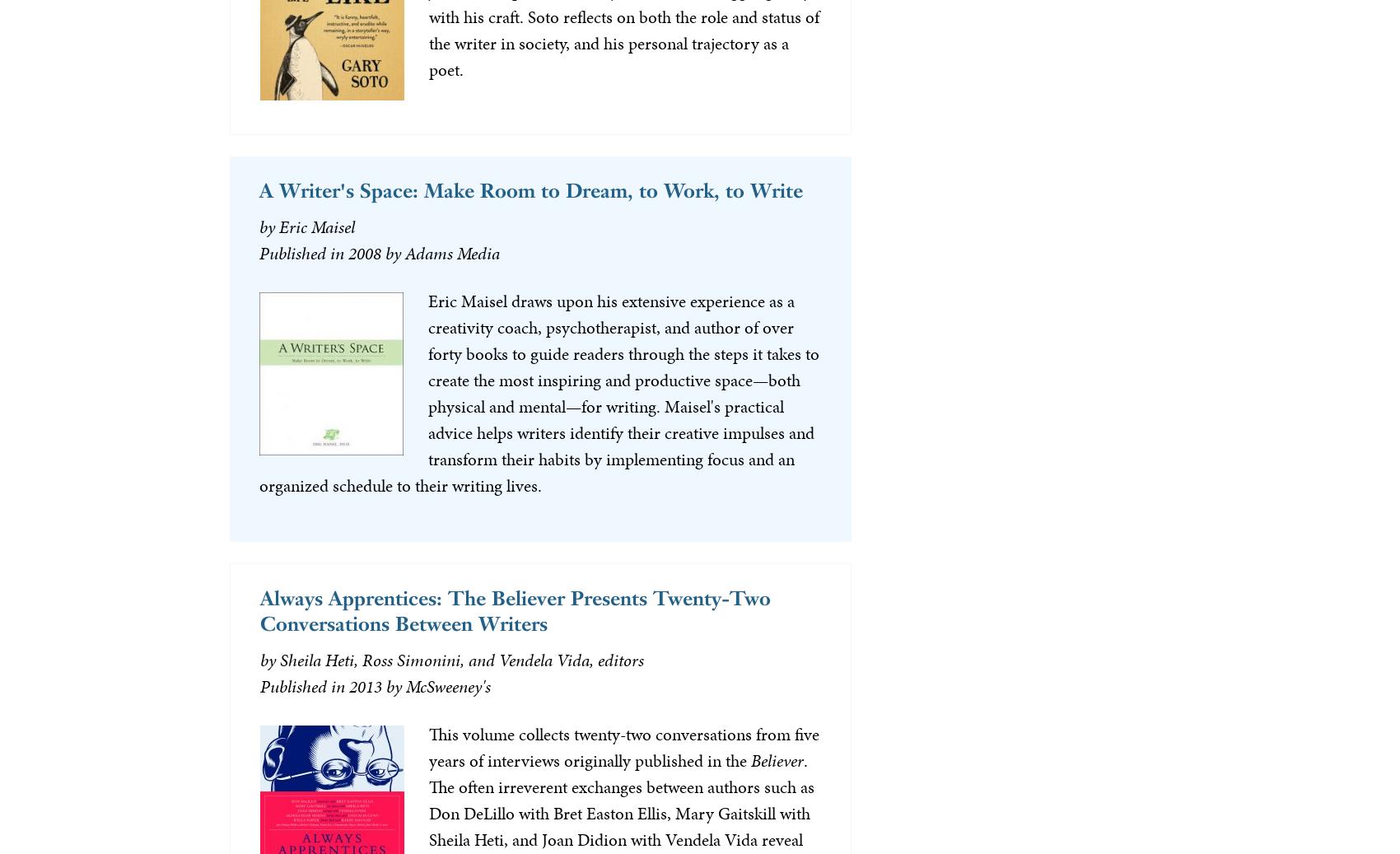 This screenshot has height=854, width=1400. What do you see at coordinates (365, 686) in the screenshot?
I see `'2013'` at bounding box center [365, 686].